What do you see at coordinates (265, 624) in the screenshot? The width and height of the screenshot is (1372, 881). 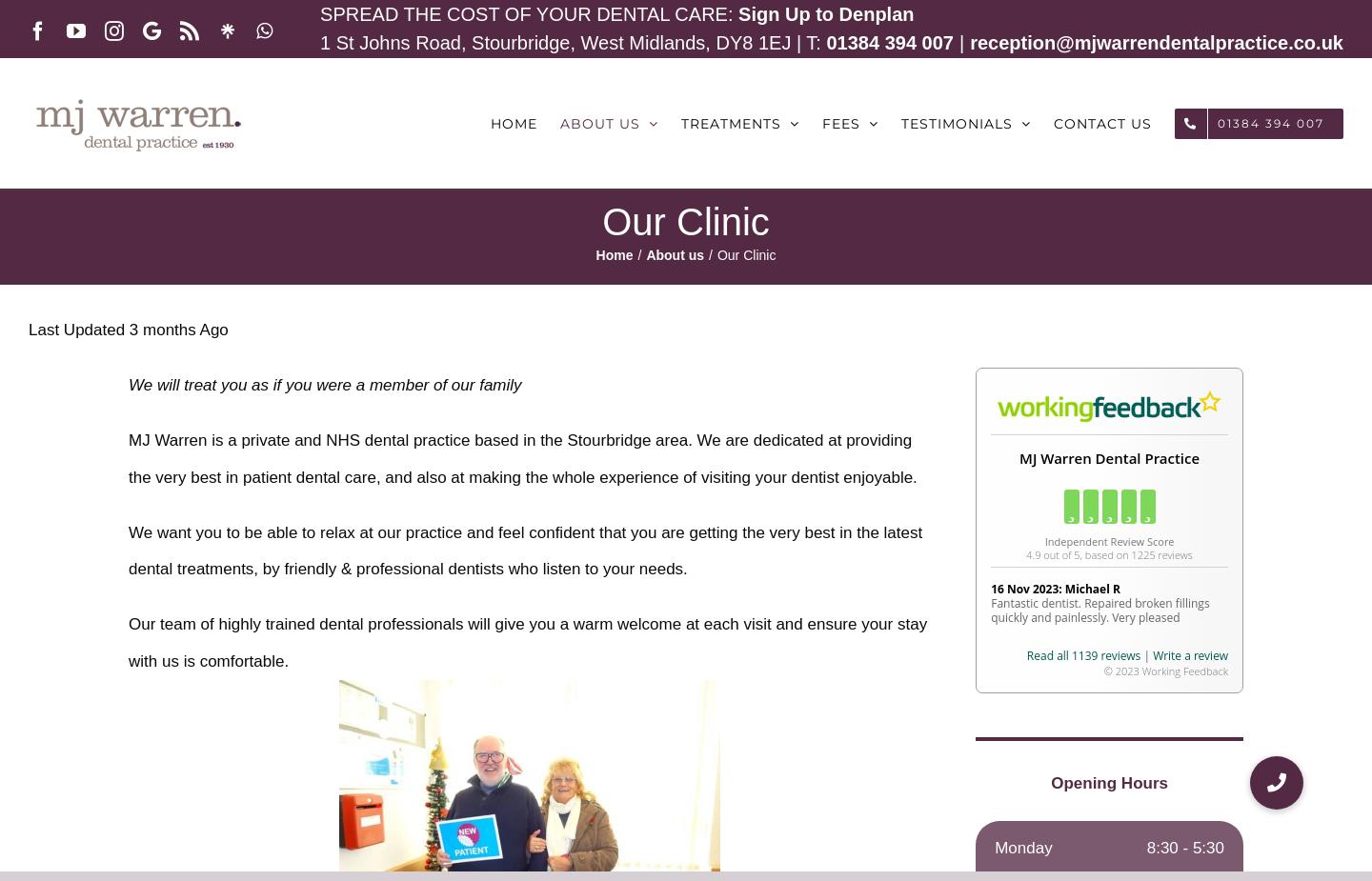 I see `'highly trained'` at bounding box center [265, 624].